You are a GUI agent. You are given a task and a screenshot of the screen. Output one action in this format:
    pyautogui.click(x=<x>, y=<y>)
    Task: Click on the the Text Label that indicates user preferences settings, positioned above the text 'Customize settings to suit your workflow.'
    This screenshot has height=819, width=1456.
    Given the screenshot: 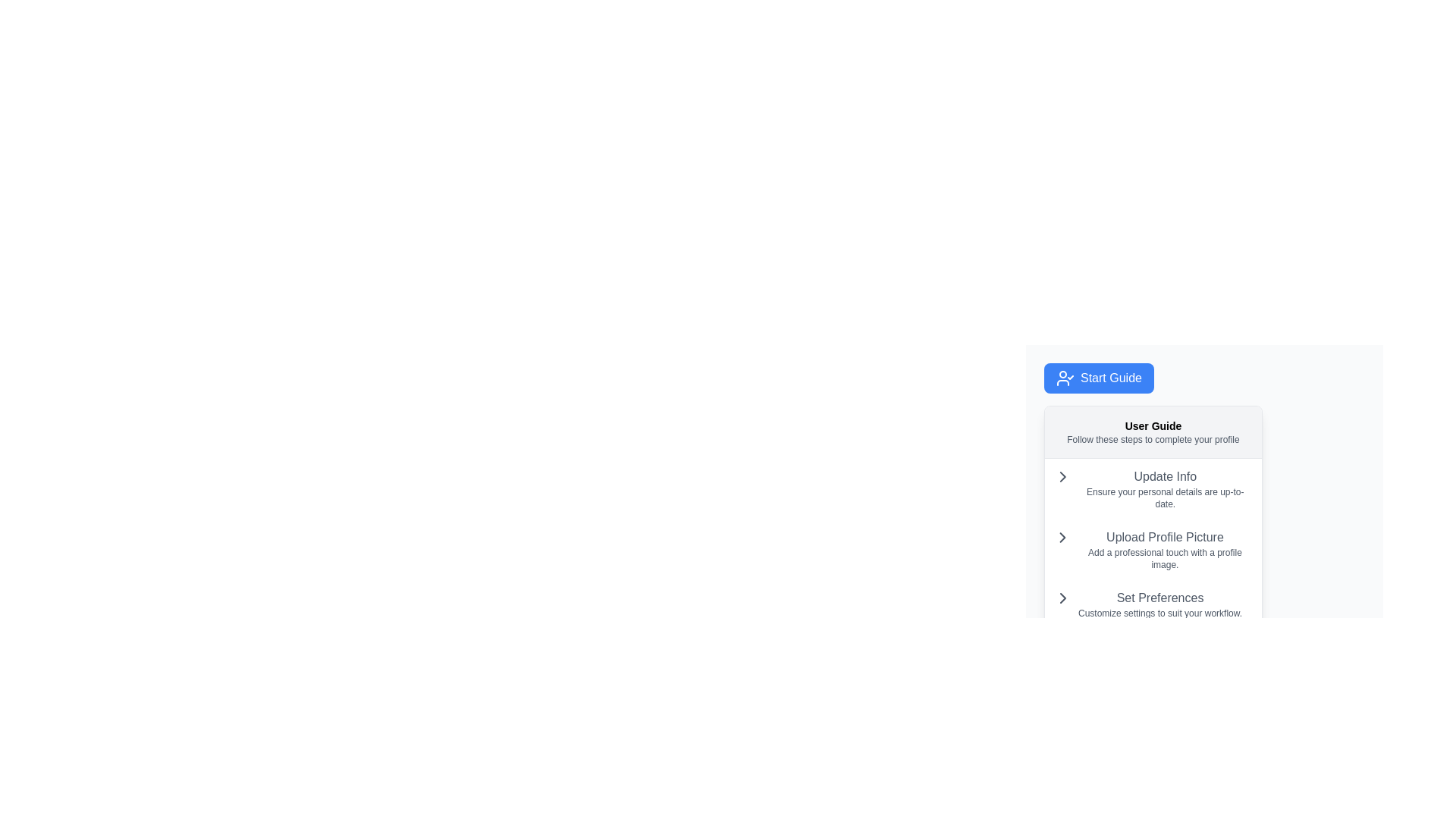 What is the action you would take?
    pyautogui.click(x=1159, y=598)
    